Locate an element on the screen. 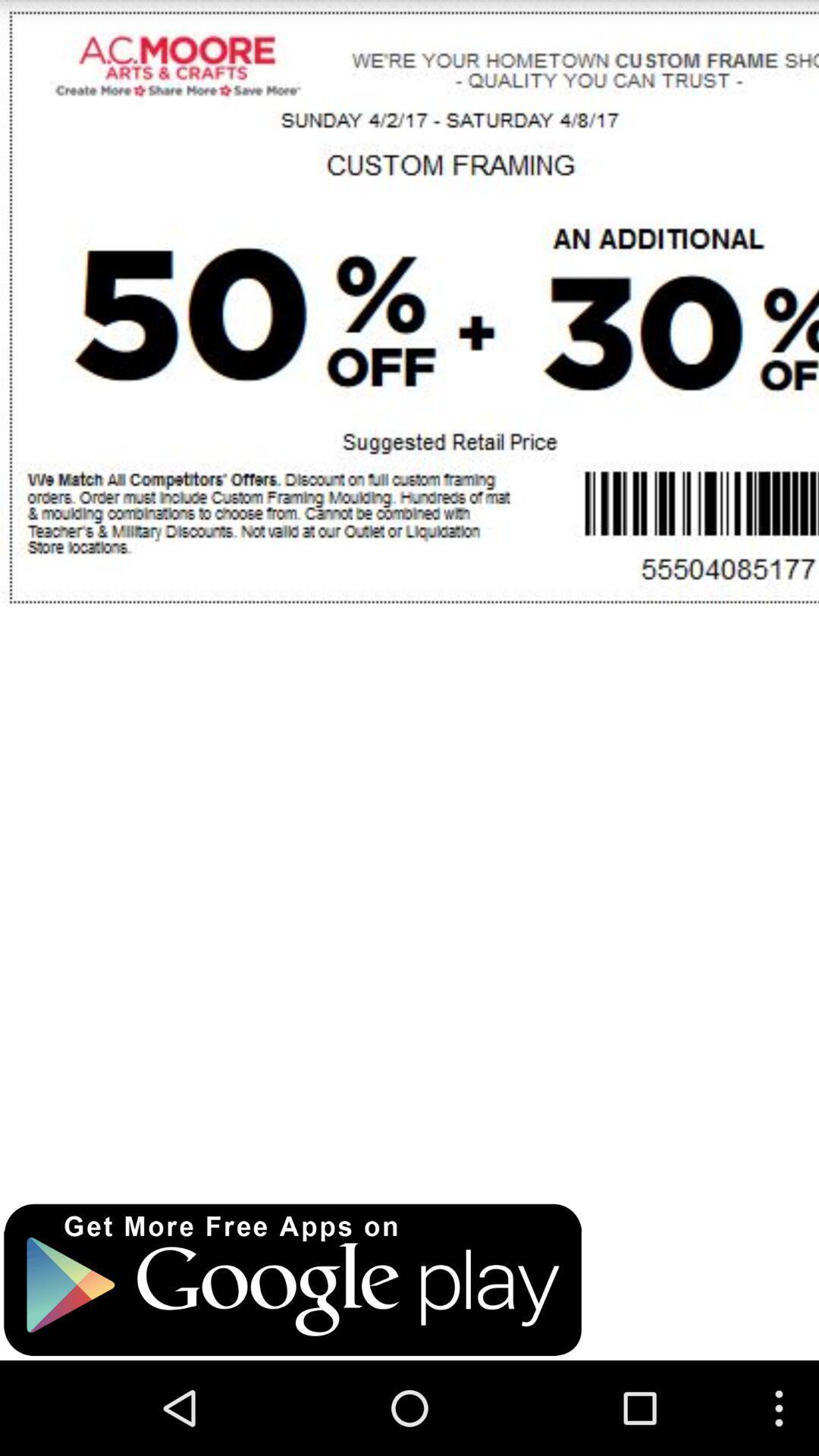 Image resolution: width=819 pixels, height=1456 pixels. advertisement banner is located at coordinates (293, 1279).